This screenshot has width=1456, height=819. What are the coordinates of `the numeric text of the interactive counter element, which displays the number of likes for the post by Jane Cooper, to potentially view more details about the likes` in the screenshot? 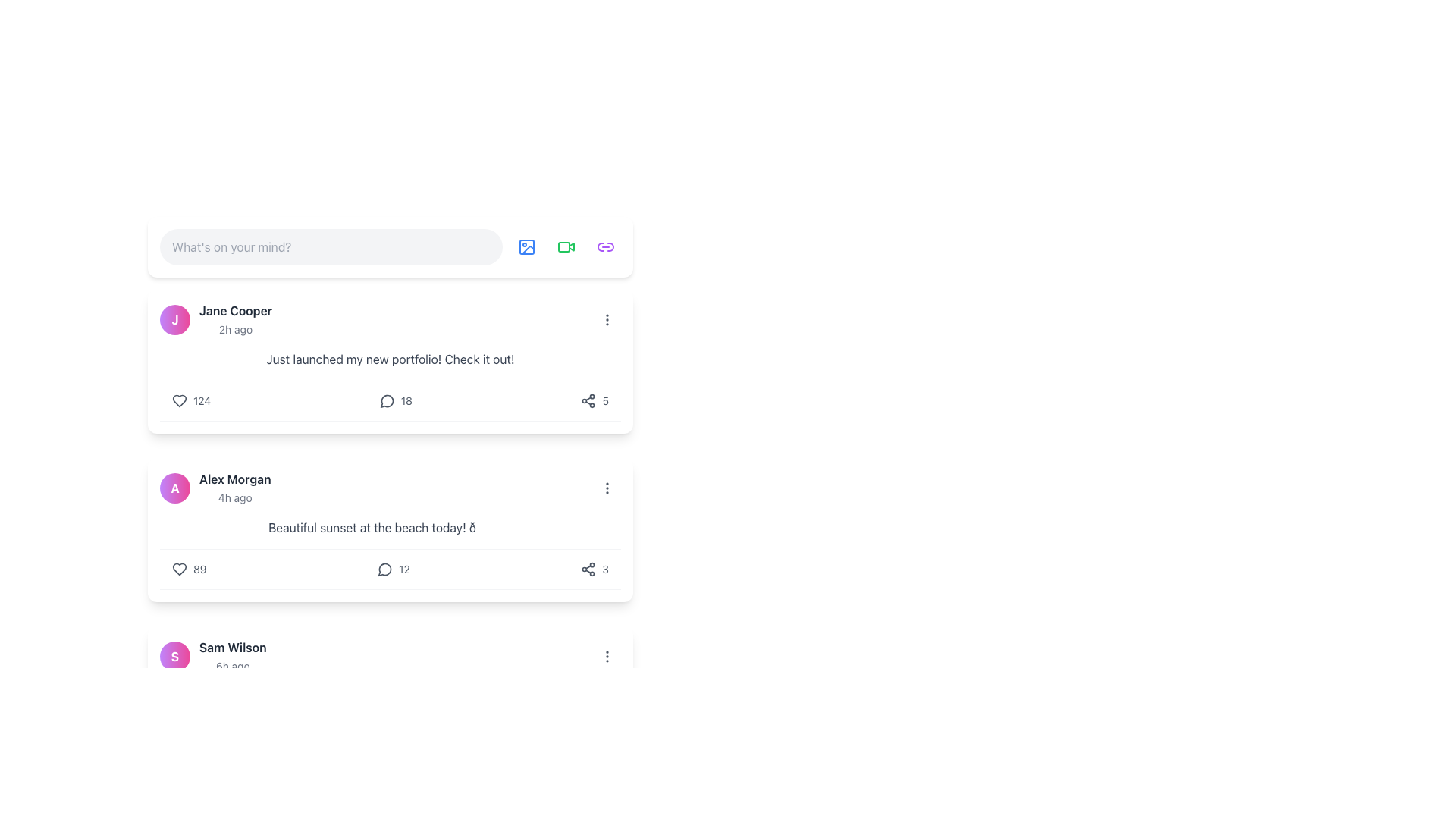 It's located at (190, 400).